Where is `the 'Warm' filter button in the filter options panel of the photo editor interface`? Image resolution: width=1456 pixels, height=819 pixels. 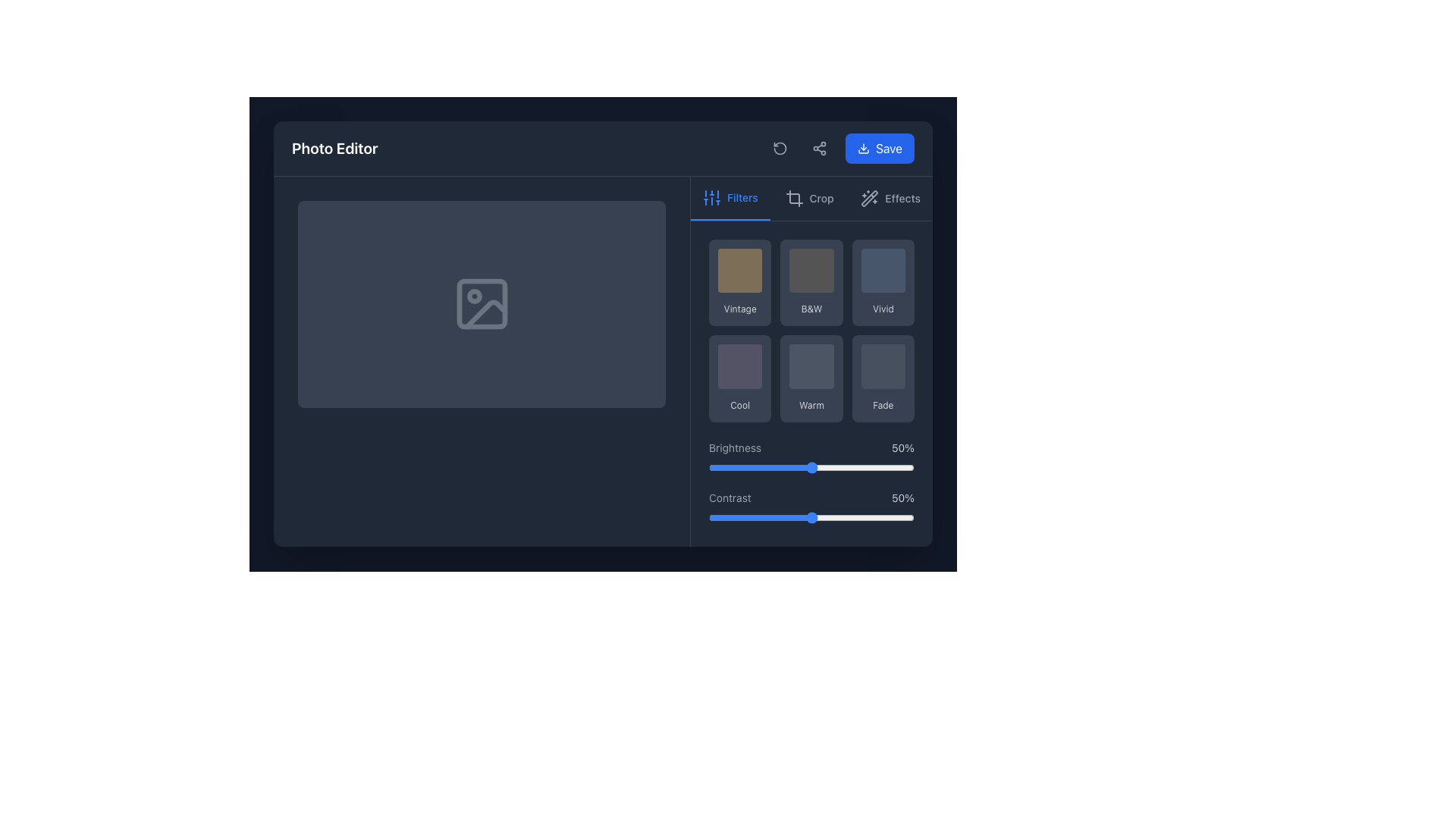
the 'Warm' filter button in the filter options panel of the photo editor interface is located at coordinates (811, 360).